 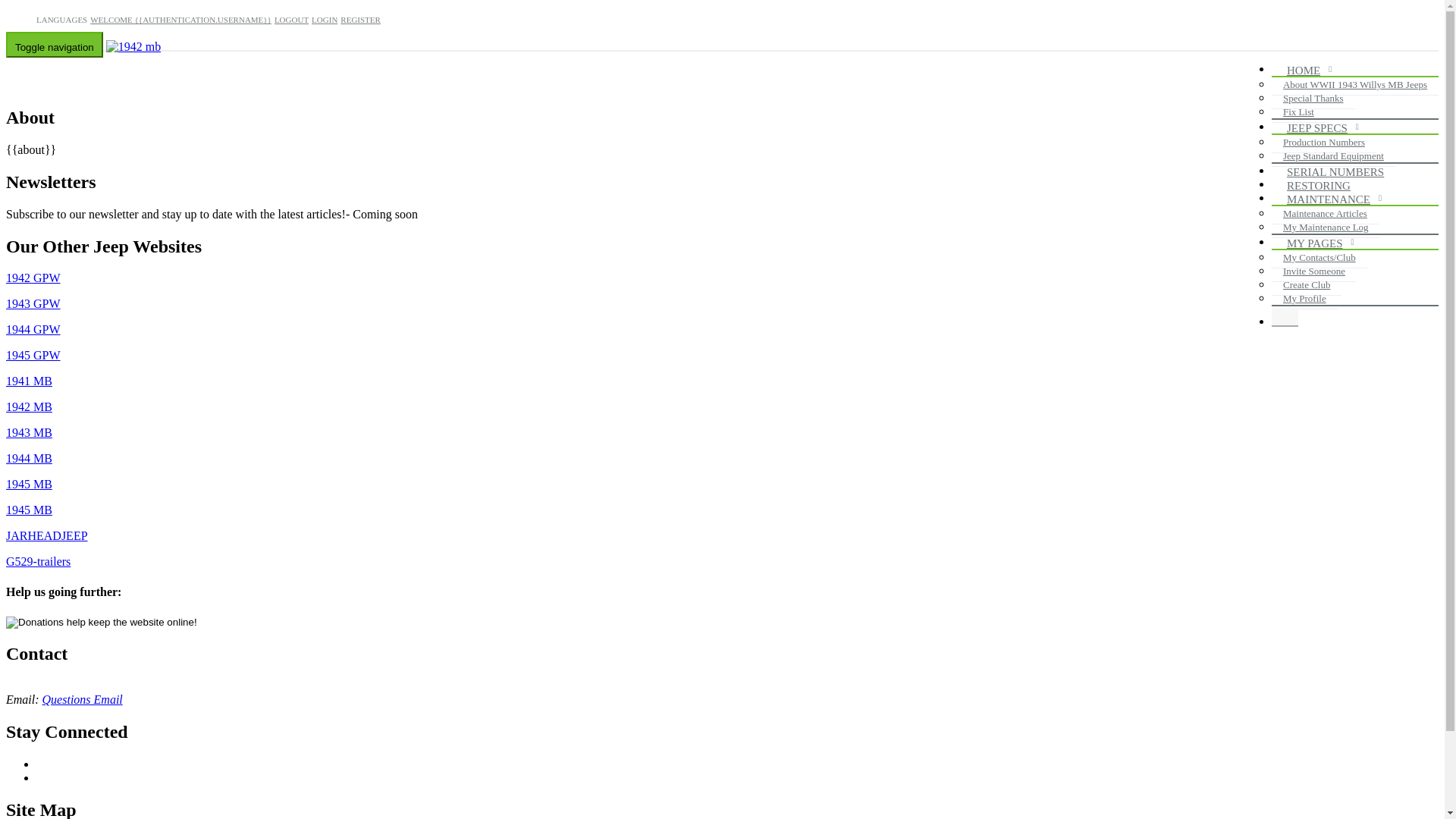 What do you see at coordinates (29, 380) in the screenshot?
I see `'1941 MB'` at bounding box center [29, 380].